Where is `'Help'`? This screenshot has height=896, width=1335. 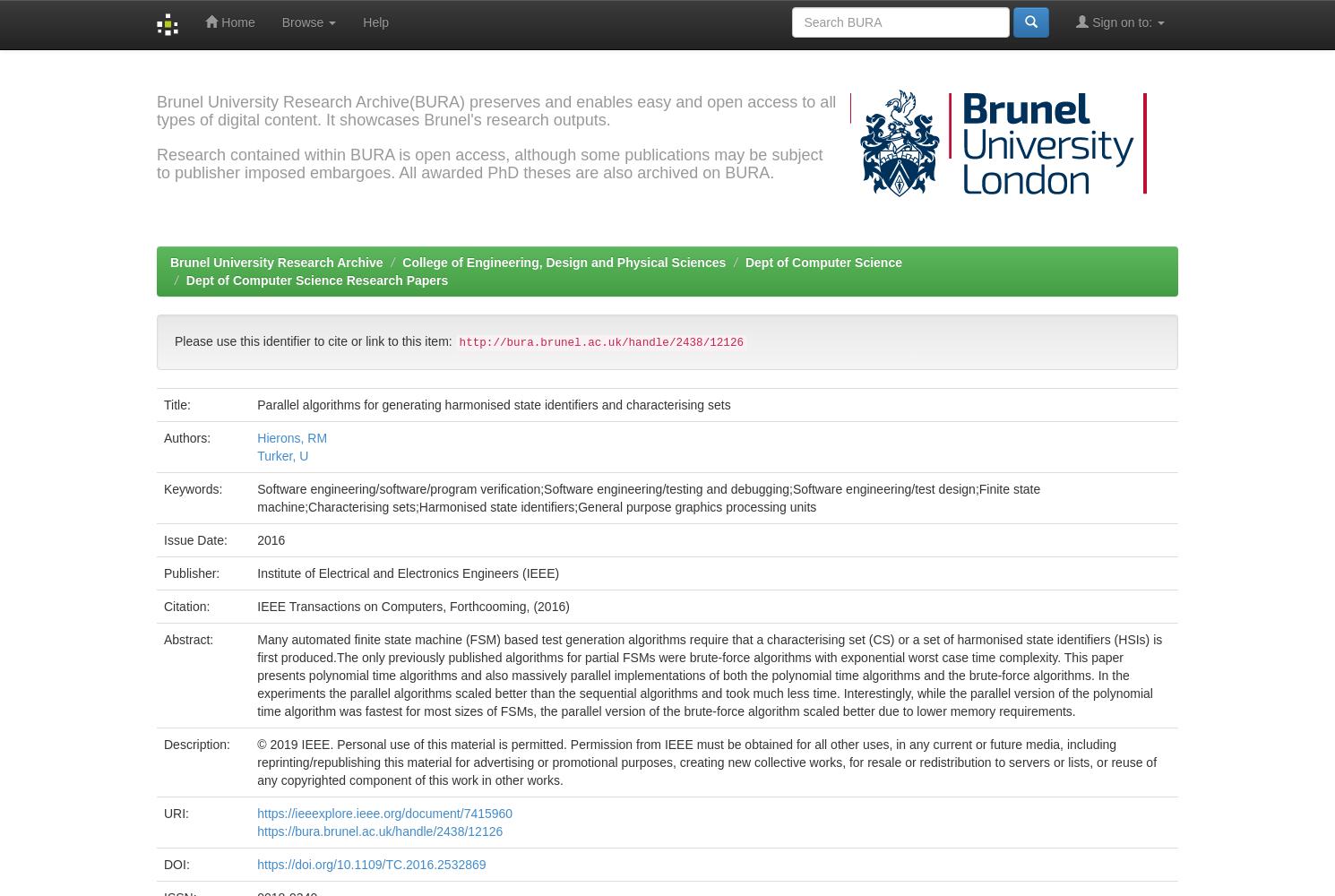
'Help' is located at coordinates (375, 22).